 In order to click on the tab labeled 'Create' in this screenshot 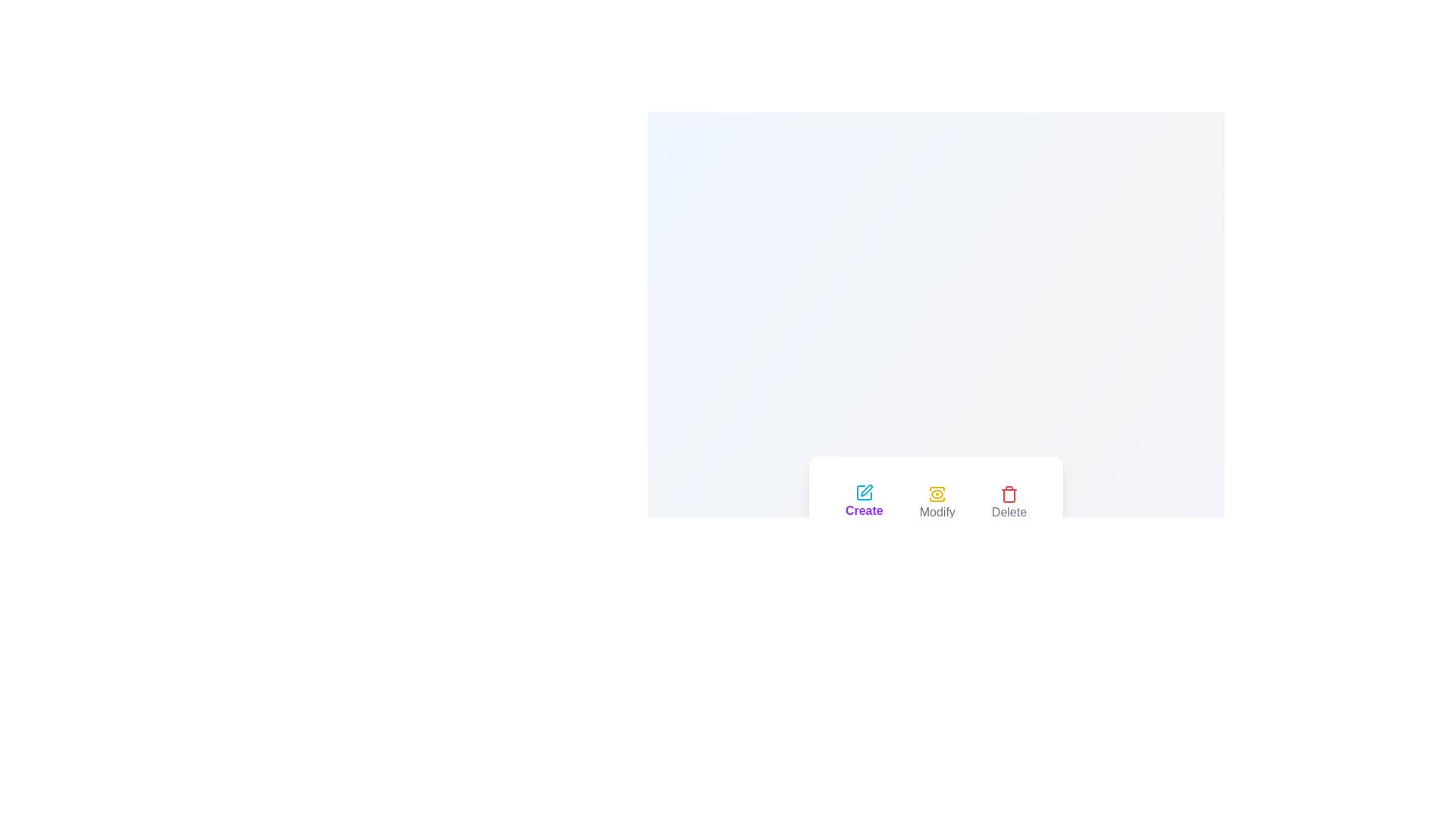, I will do `click(864, 503)`.